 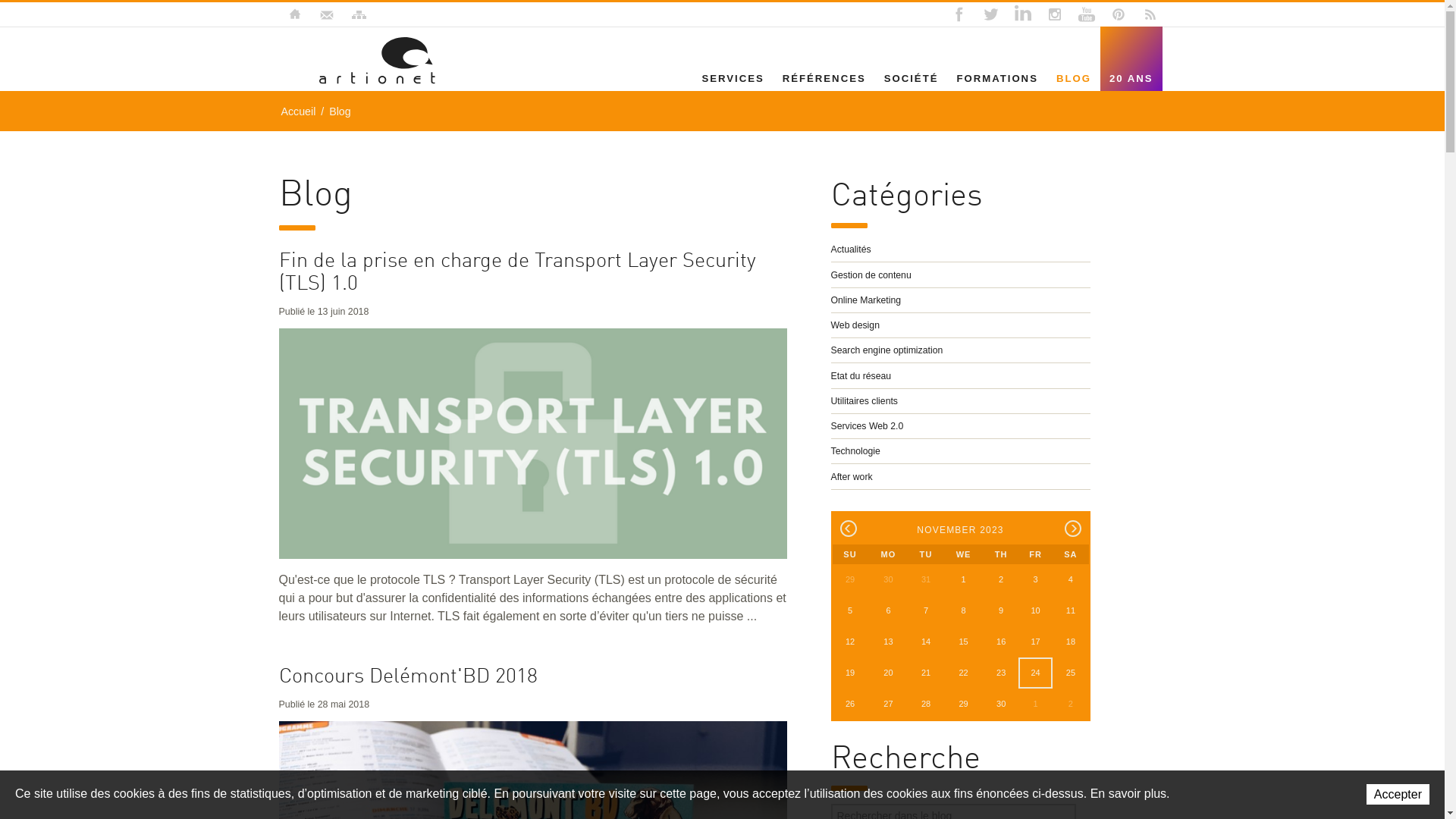 What do you see at coordinates (839, 528) in the screenshot?
I see `'PREV'` at bounding box center [839, 528].